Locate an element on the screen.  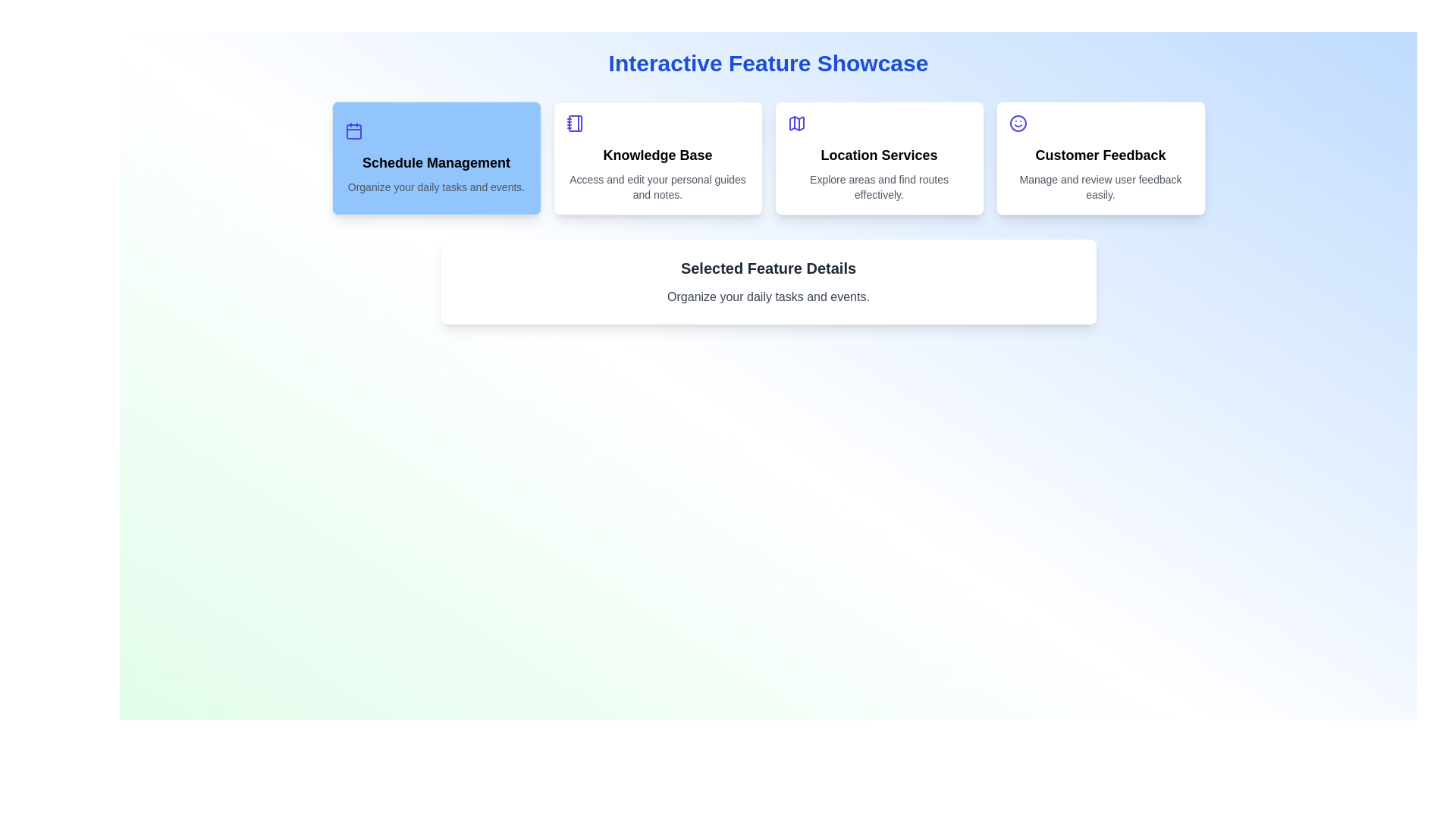
the text label displaying 'Organize your daily tasks and events.' located below the 'Schedule Management' title in the blue card is located at coordinates (435, 186).